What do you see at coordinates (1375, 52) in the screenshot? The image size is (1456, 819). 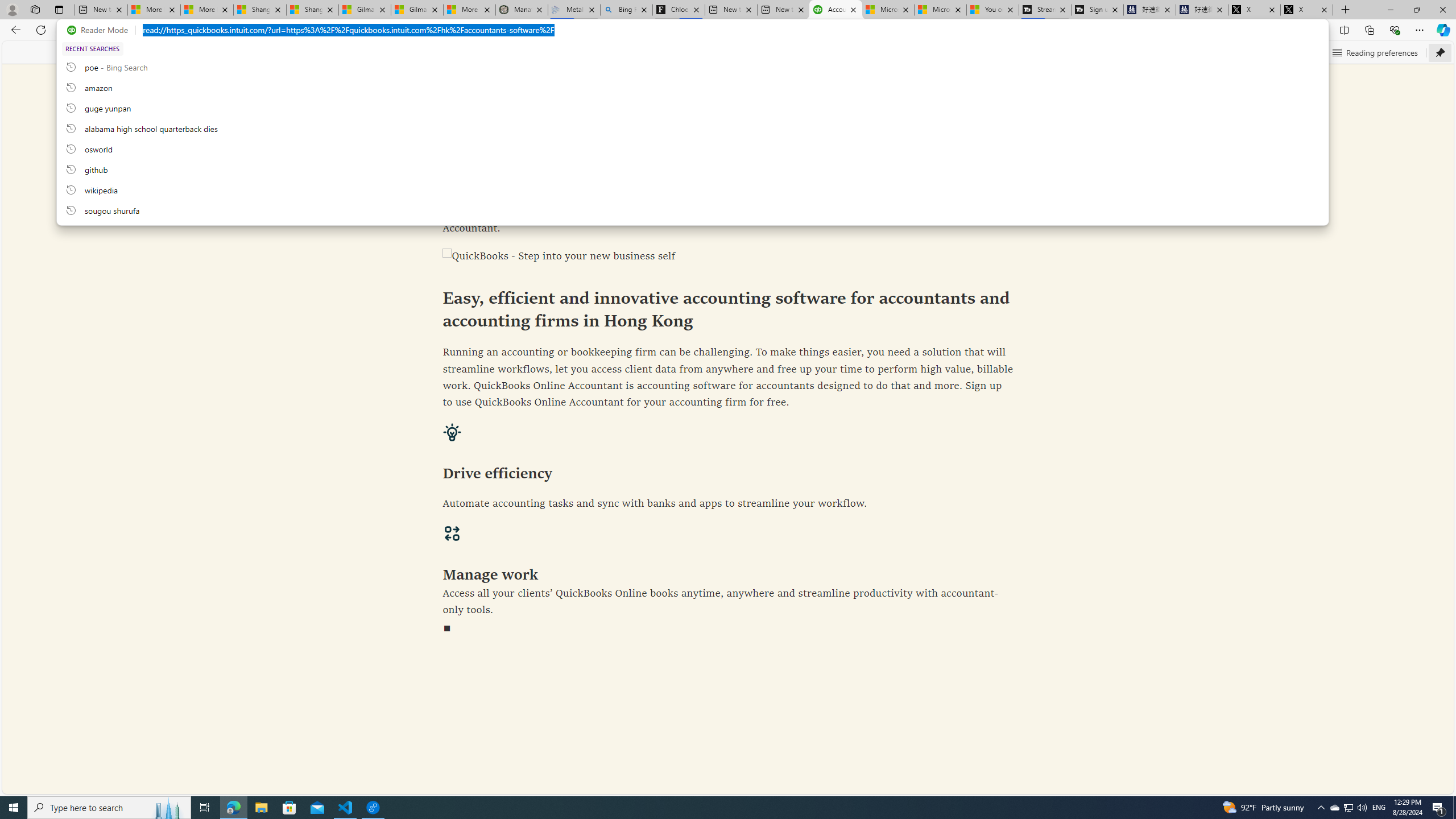 I see `'Reading preferences'` at bounding box center [1375, 52].